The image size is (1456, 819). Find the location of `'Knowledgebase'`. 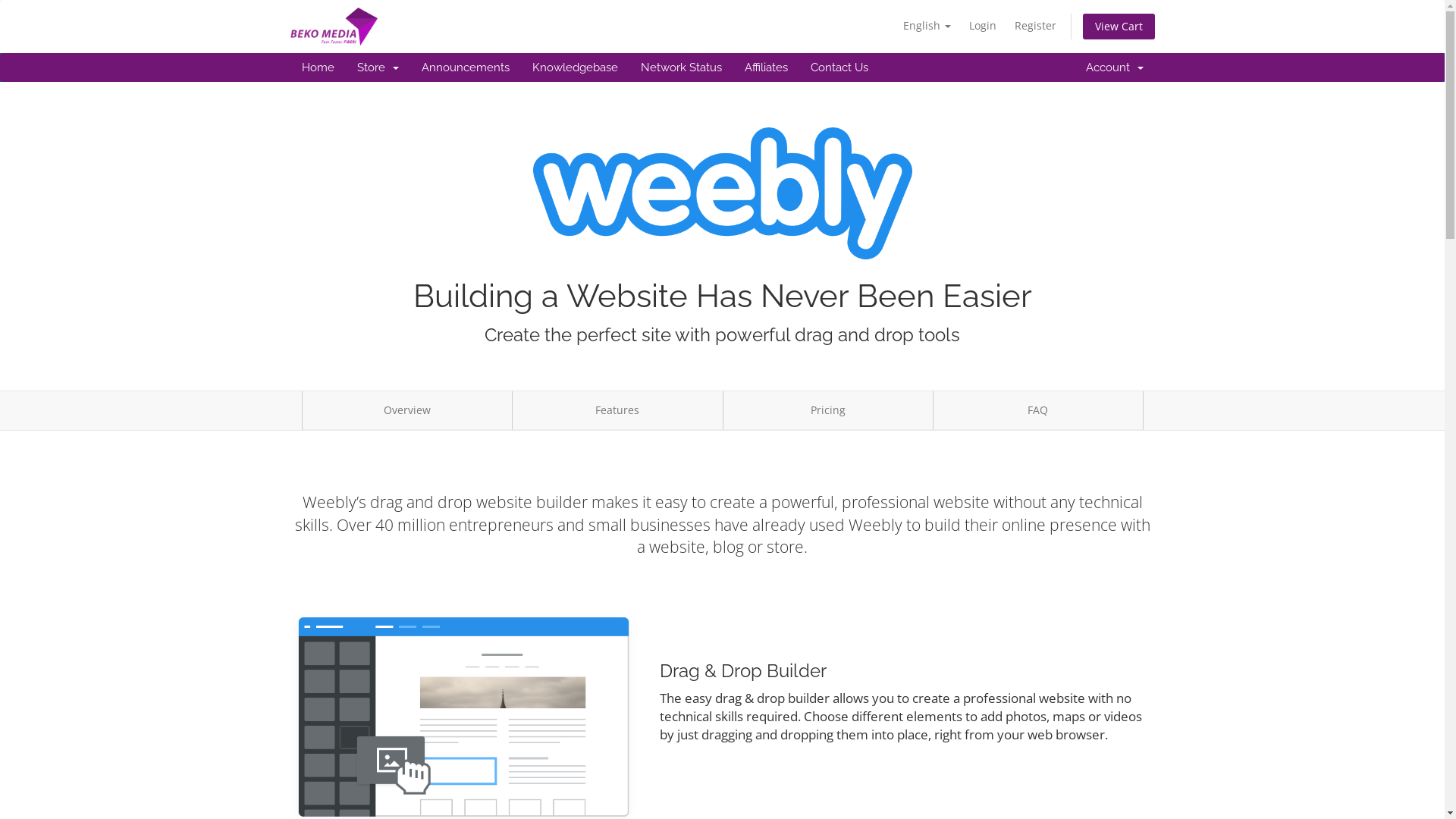

'Knowledgebase' is located at coordinates (520, 66).